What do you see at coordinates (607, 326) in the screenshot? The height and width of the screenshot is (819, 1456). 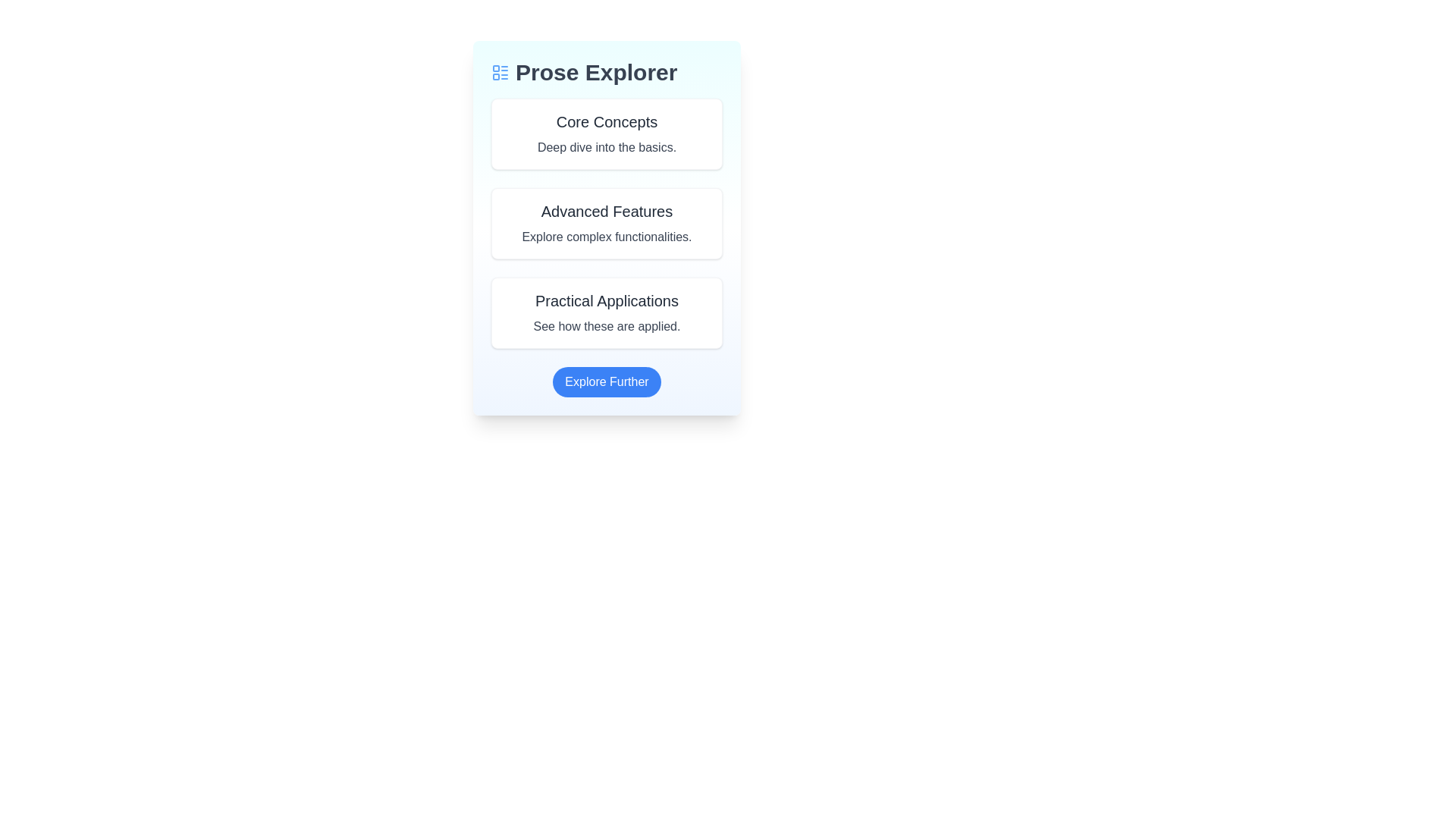 I see `the text element that reads 'See how these are applied.', which is styled in gray and positioned below the heading 'Practical Applications'` at bounding box center [607, 326].